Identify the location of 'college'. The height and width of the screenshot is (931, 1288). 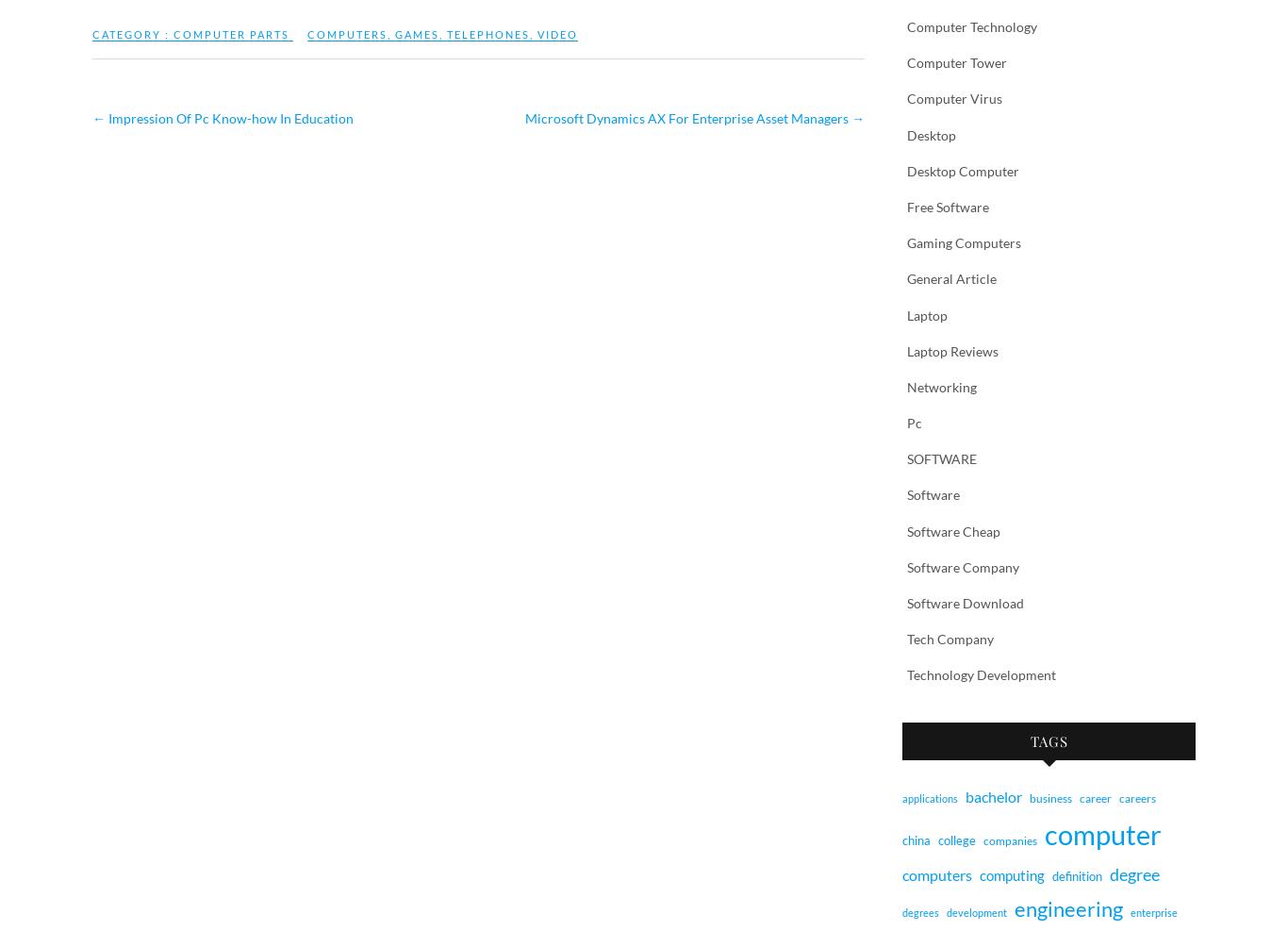
(956, 839).